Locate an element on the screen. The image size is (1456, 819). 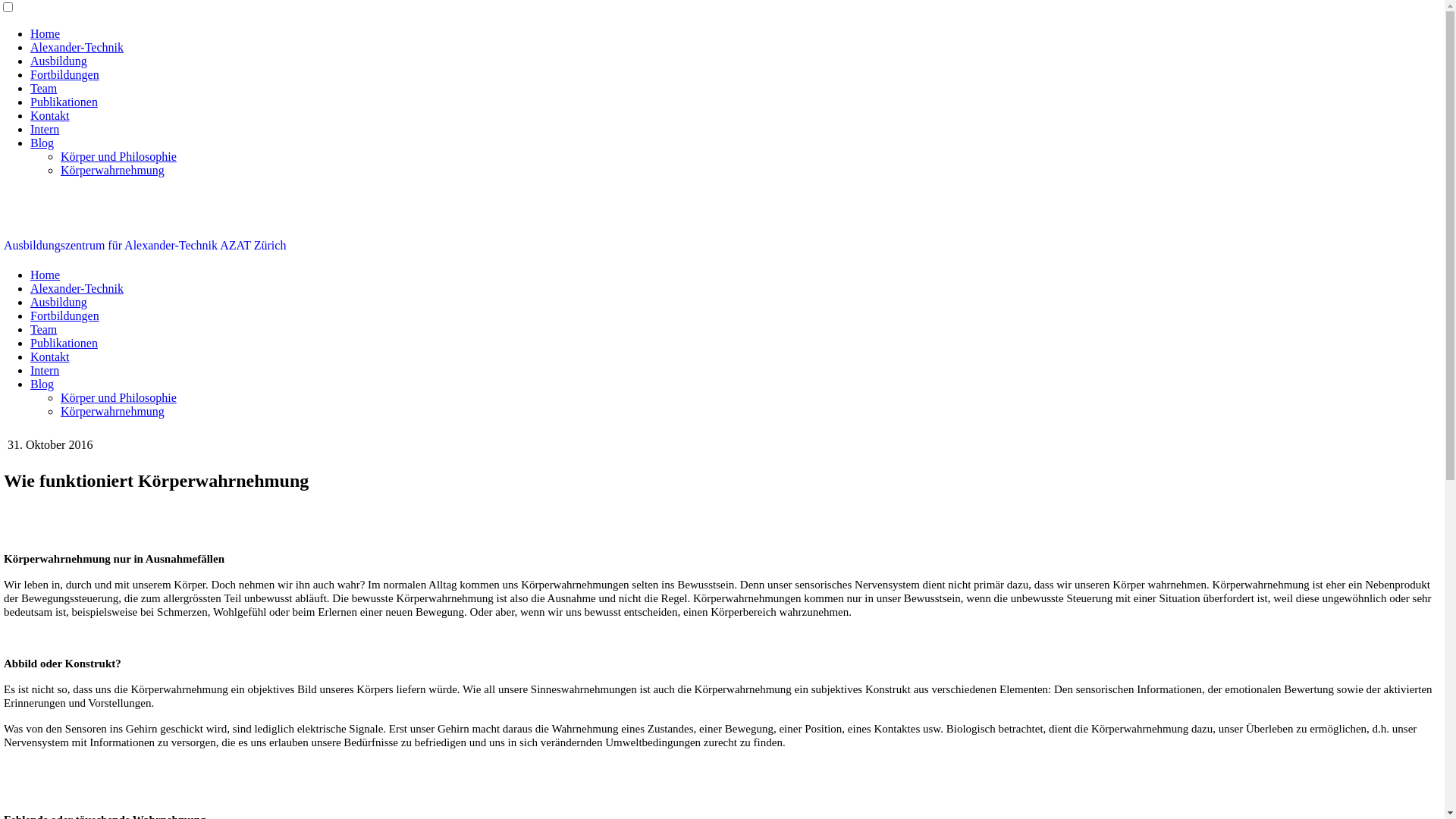
'Team' is located at coordinates (43, 328).